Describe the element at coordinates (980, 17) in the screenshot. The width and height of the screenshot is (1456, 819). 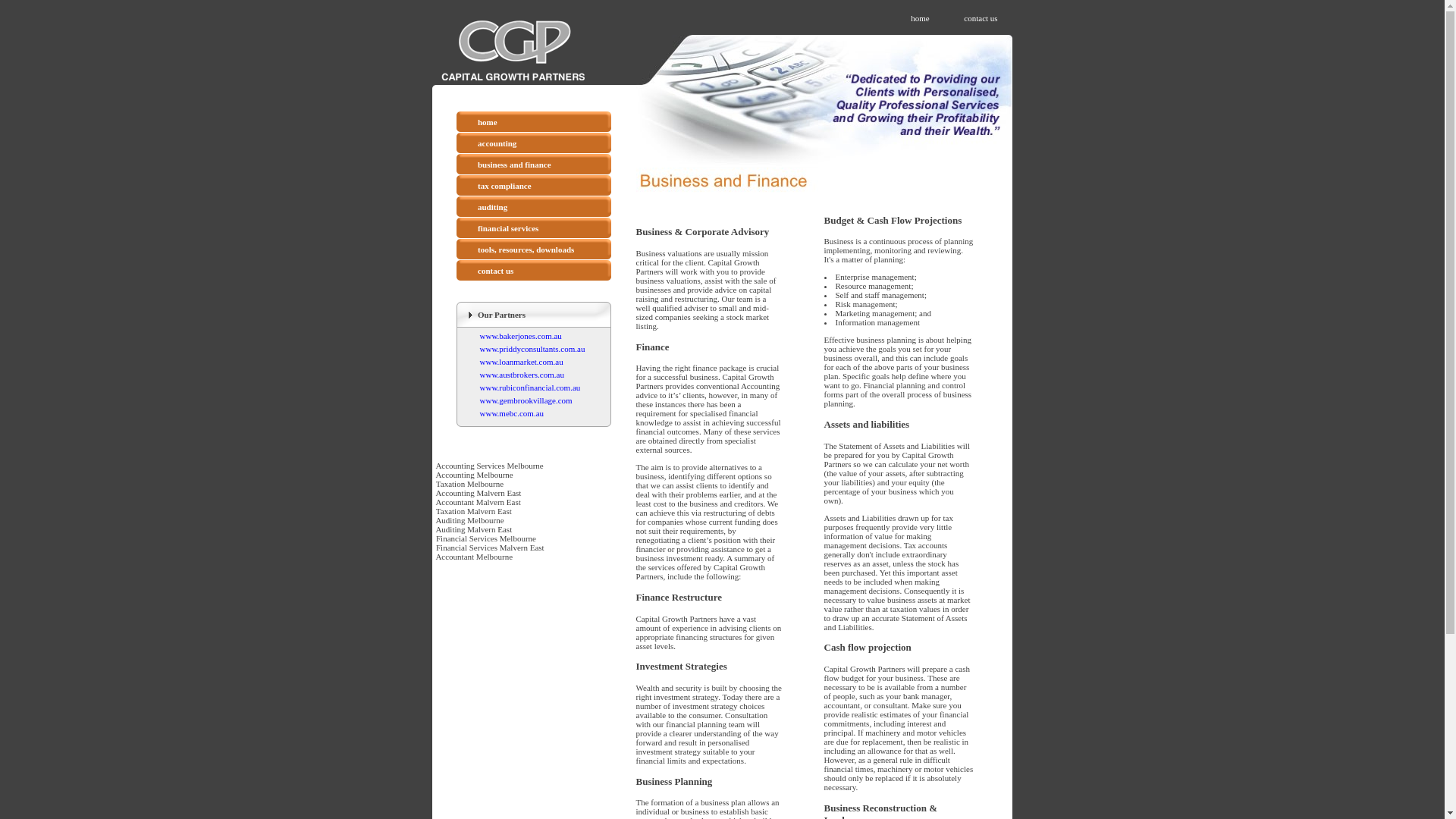
I see `'contact us'` at that location.